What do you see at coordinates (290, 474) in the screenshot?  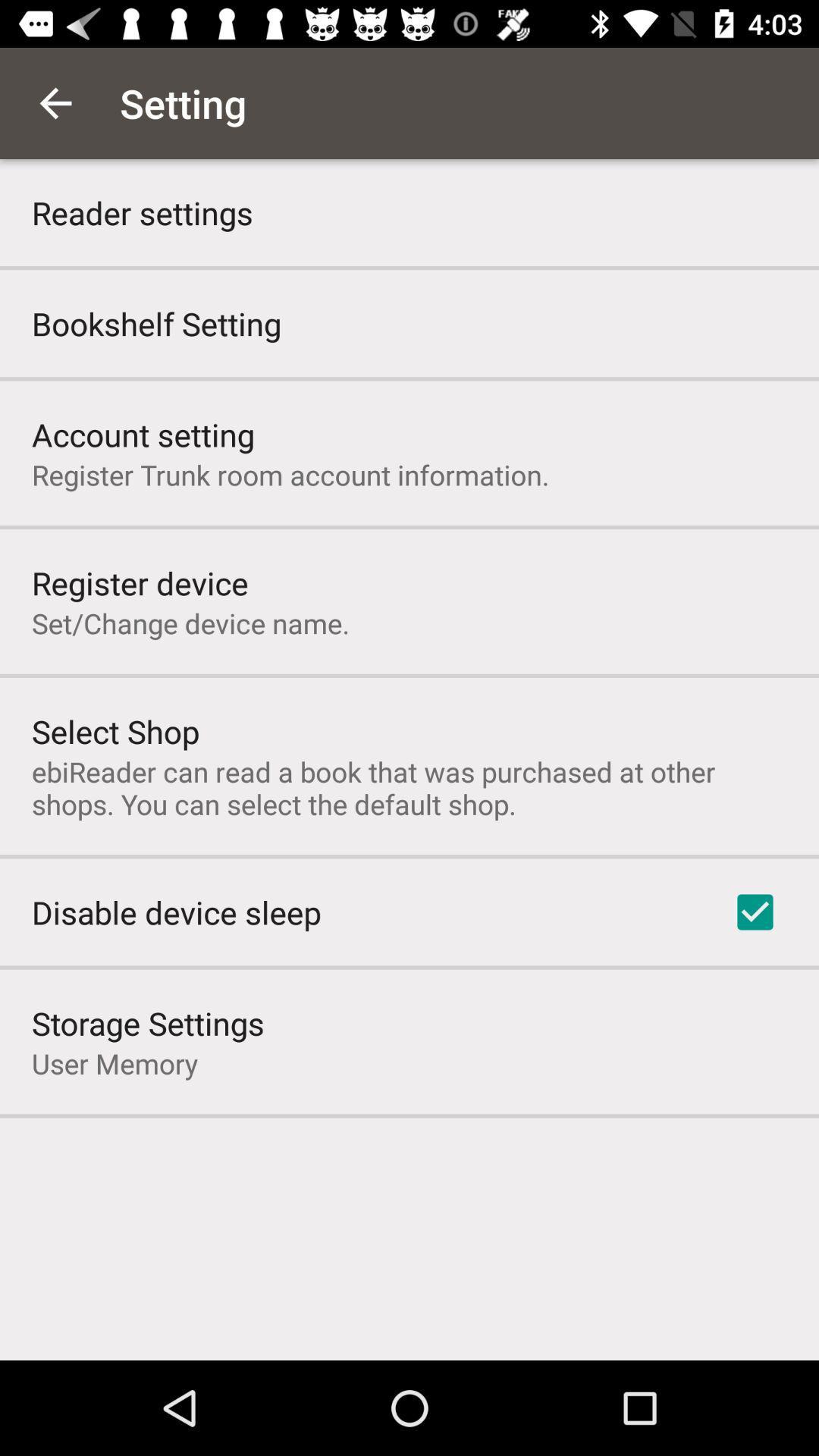 I see `the register trunk room` at bounding box center [290, 474].